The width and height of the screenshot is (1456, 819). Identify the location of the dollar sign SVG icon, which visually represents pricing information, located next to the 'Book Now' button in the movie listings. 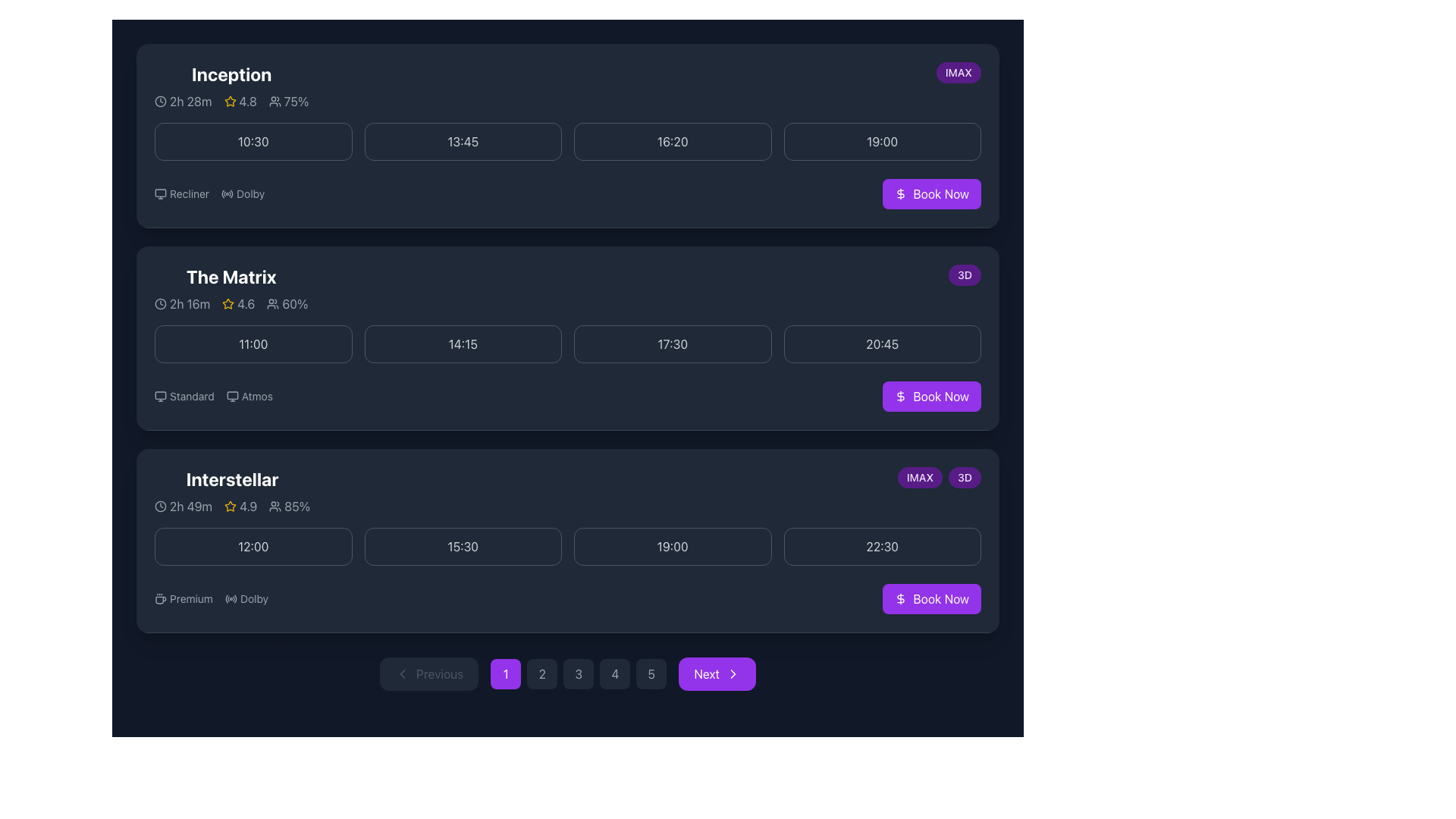
(901, 598).